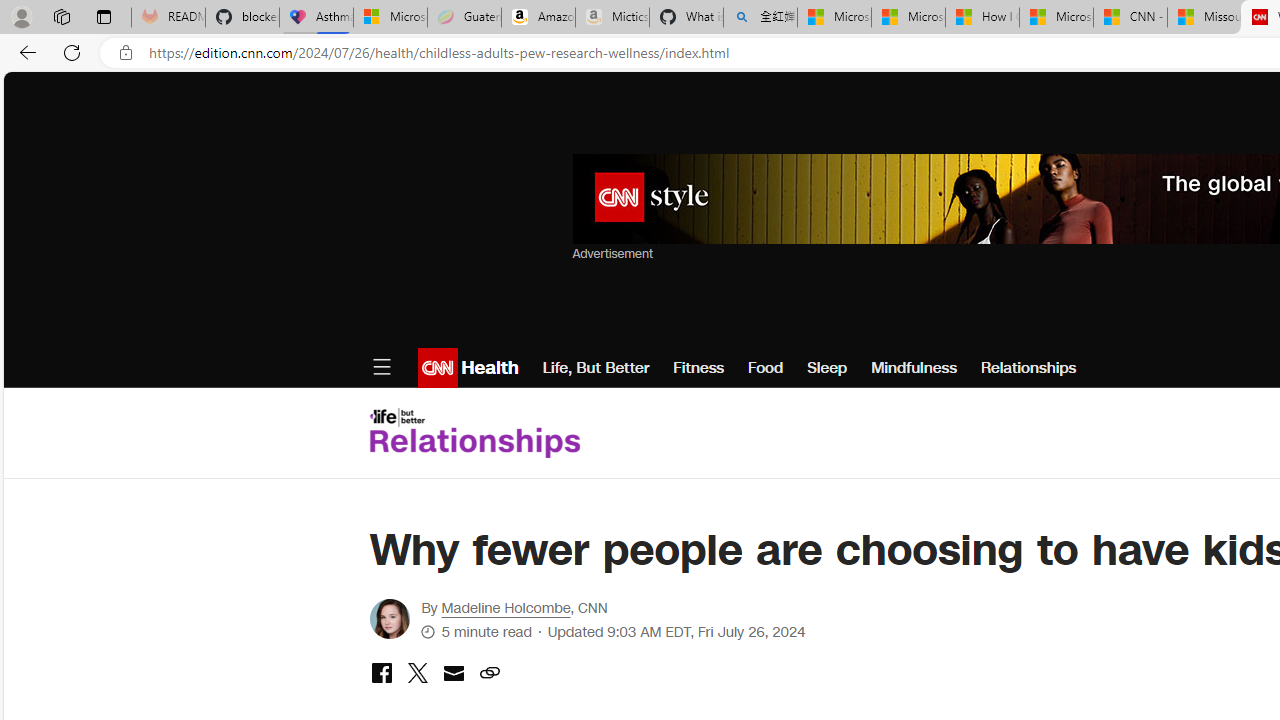 Image resolution: width=1280 pixels, height=720 pixels. I want to click on 'Open Menu Icon', so click(381, 367).